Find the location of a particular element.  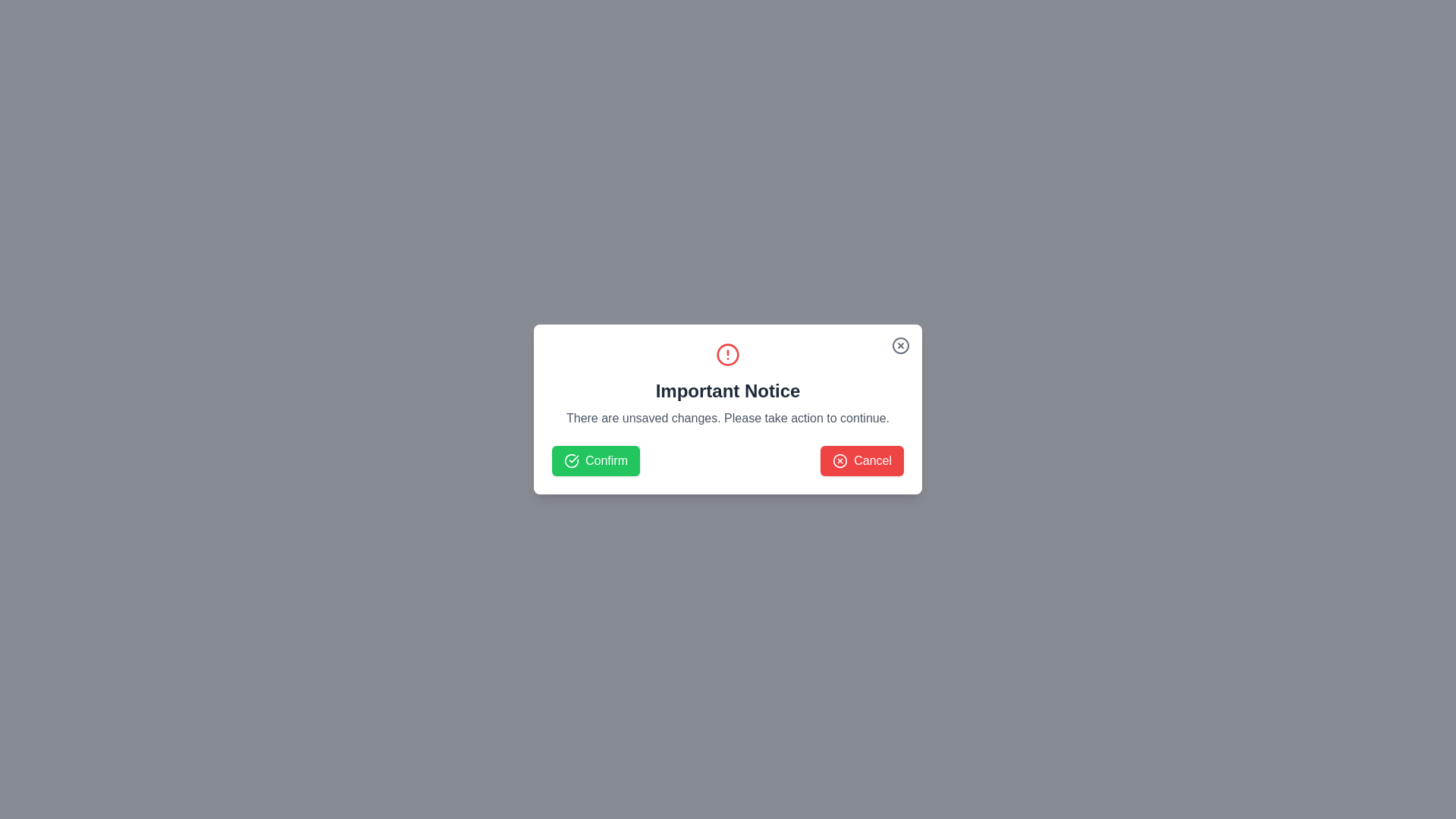

the circular green icon with a checkmark inside, positioned to the left of the 'Confirm' text within the green button at the bottom-left of the modal dialog box is located at coordinates (570, 460).